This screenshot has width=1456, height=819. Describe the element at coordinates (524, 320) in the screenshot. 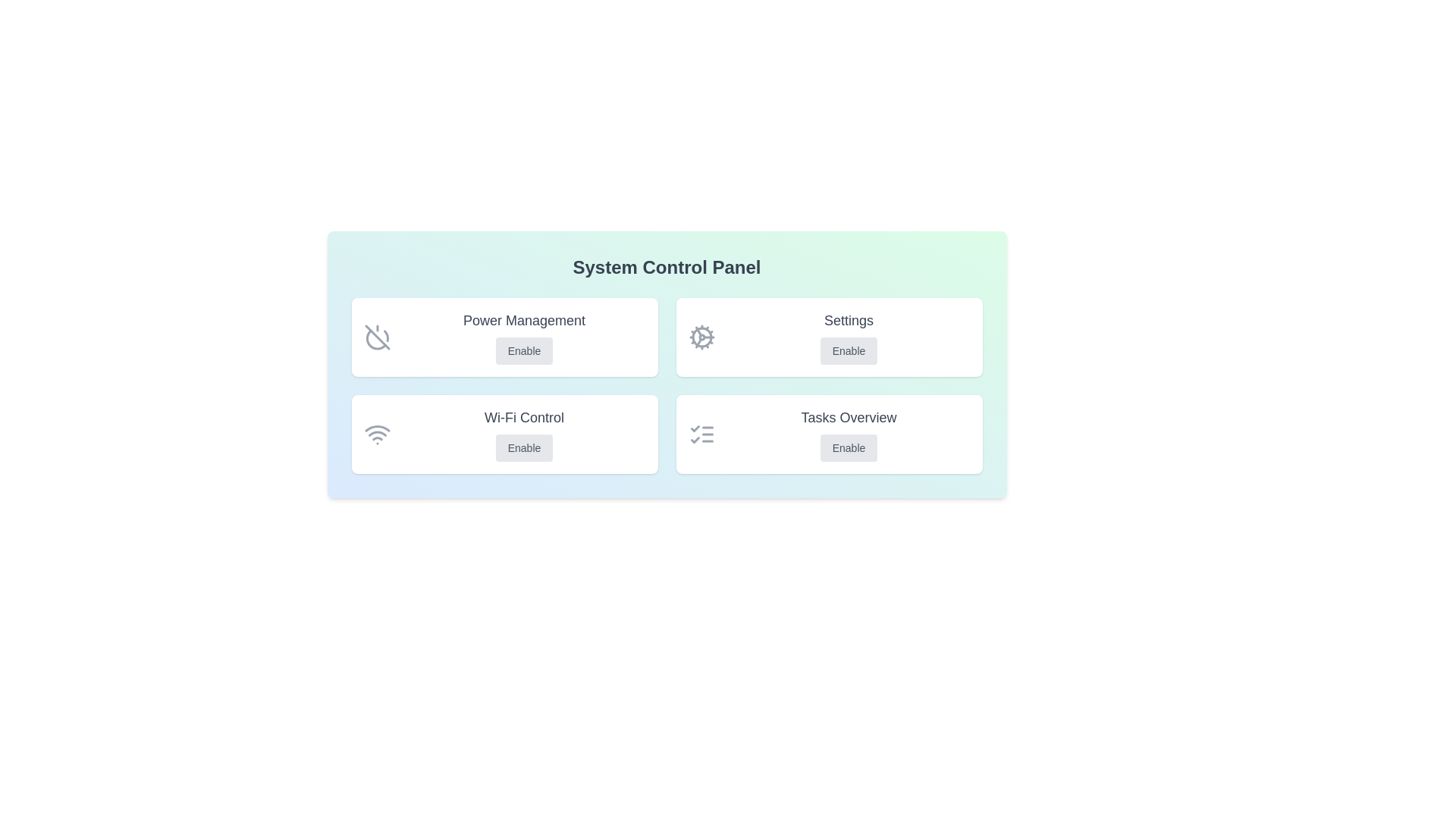

I see `the 'Power Management' text label, which is a bold title indicating power management settings, located above the 'Enable' button and next to the associated icon` at that location.